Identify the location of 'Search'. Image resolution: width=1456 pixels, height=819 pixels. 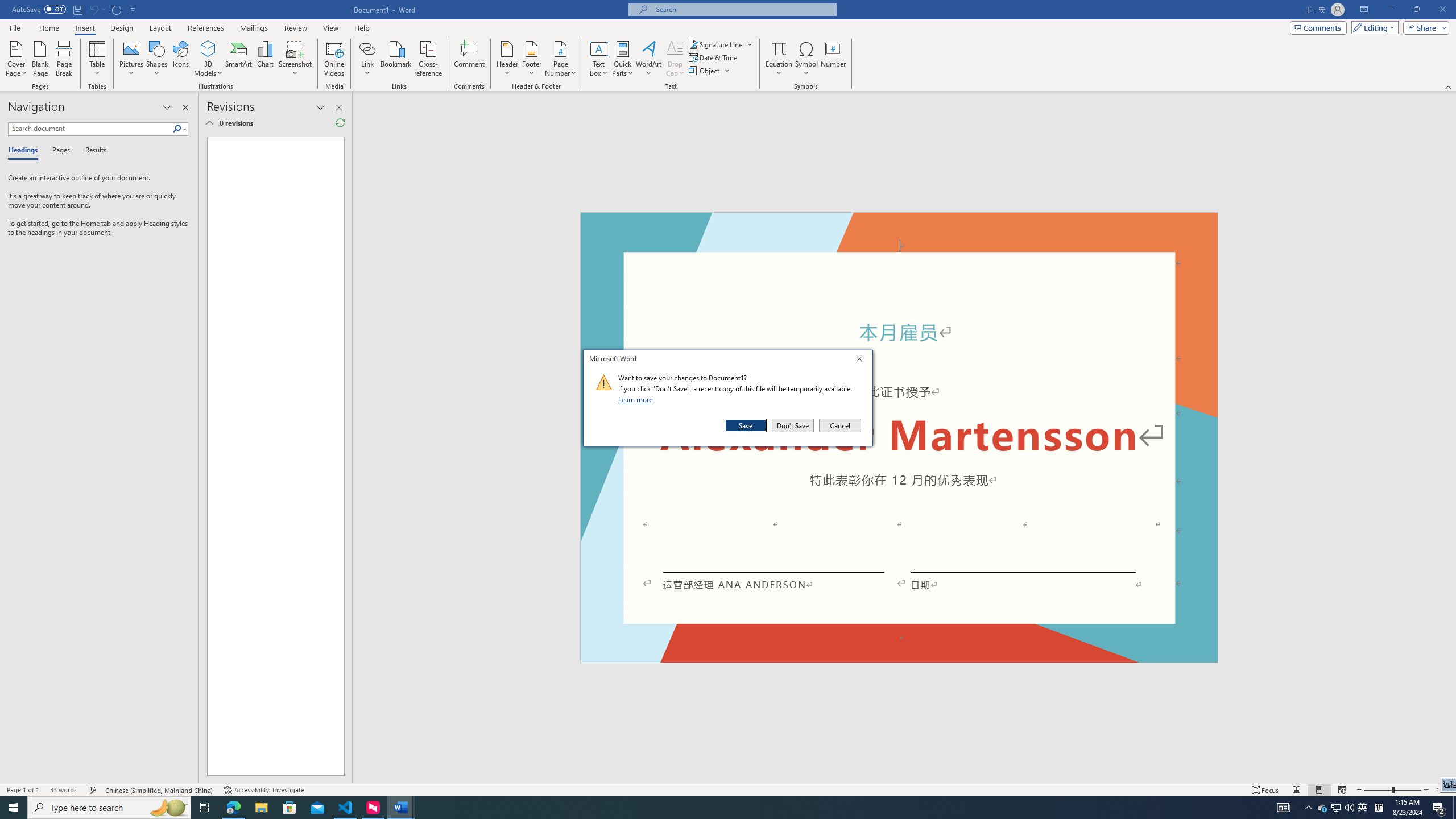
(179, 128).